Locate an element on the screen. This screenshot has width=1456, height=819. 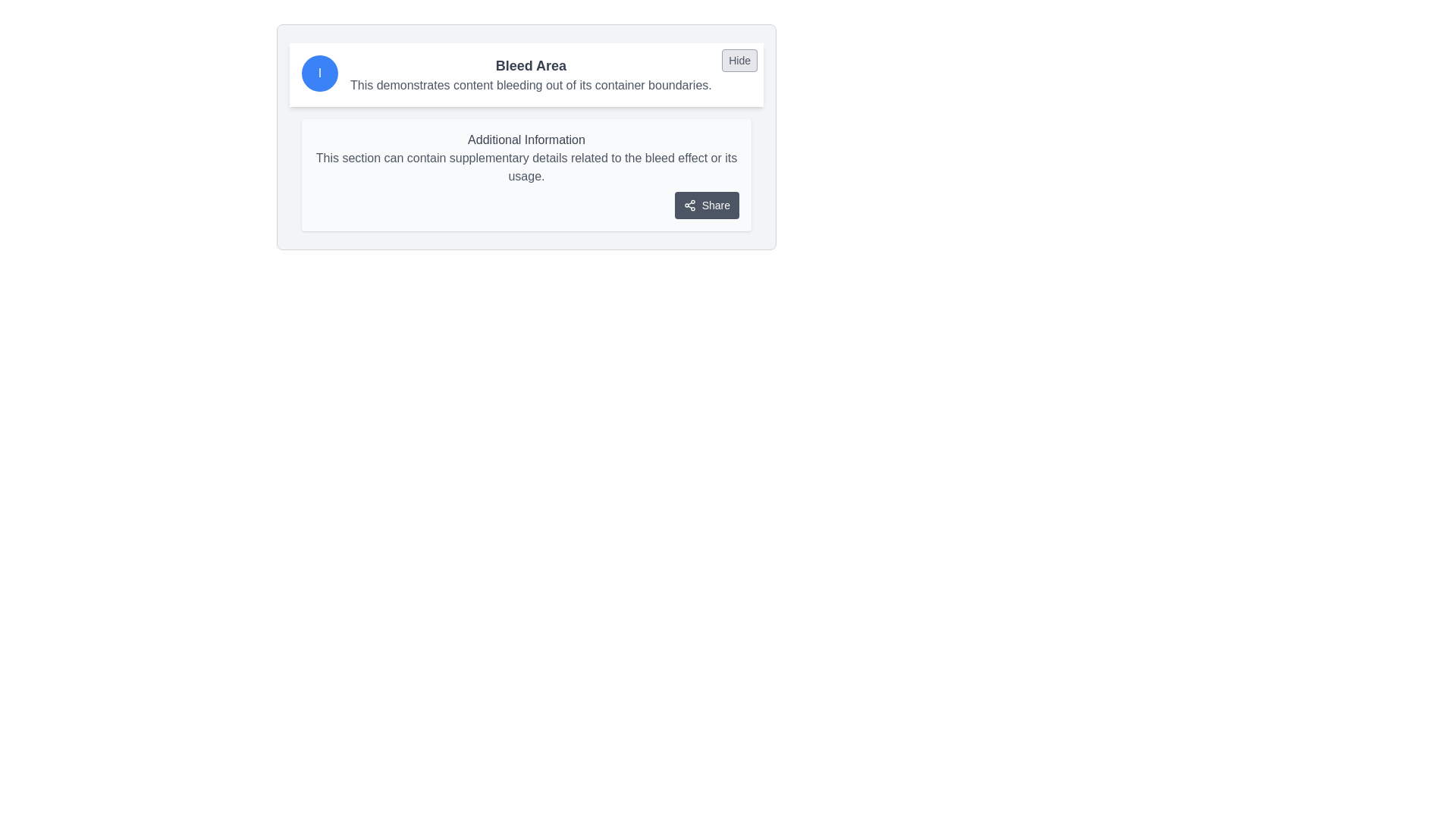
the 'Share' button which contains the 'Share' icon located in the lower-right section of the panel is located at coordinates (689, 205).